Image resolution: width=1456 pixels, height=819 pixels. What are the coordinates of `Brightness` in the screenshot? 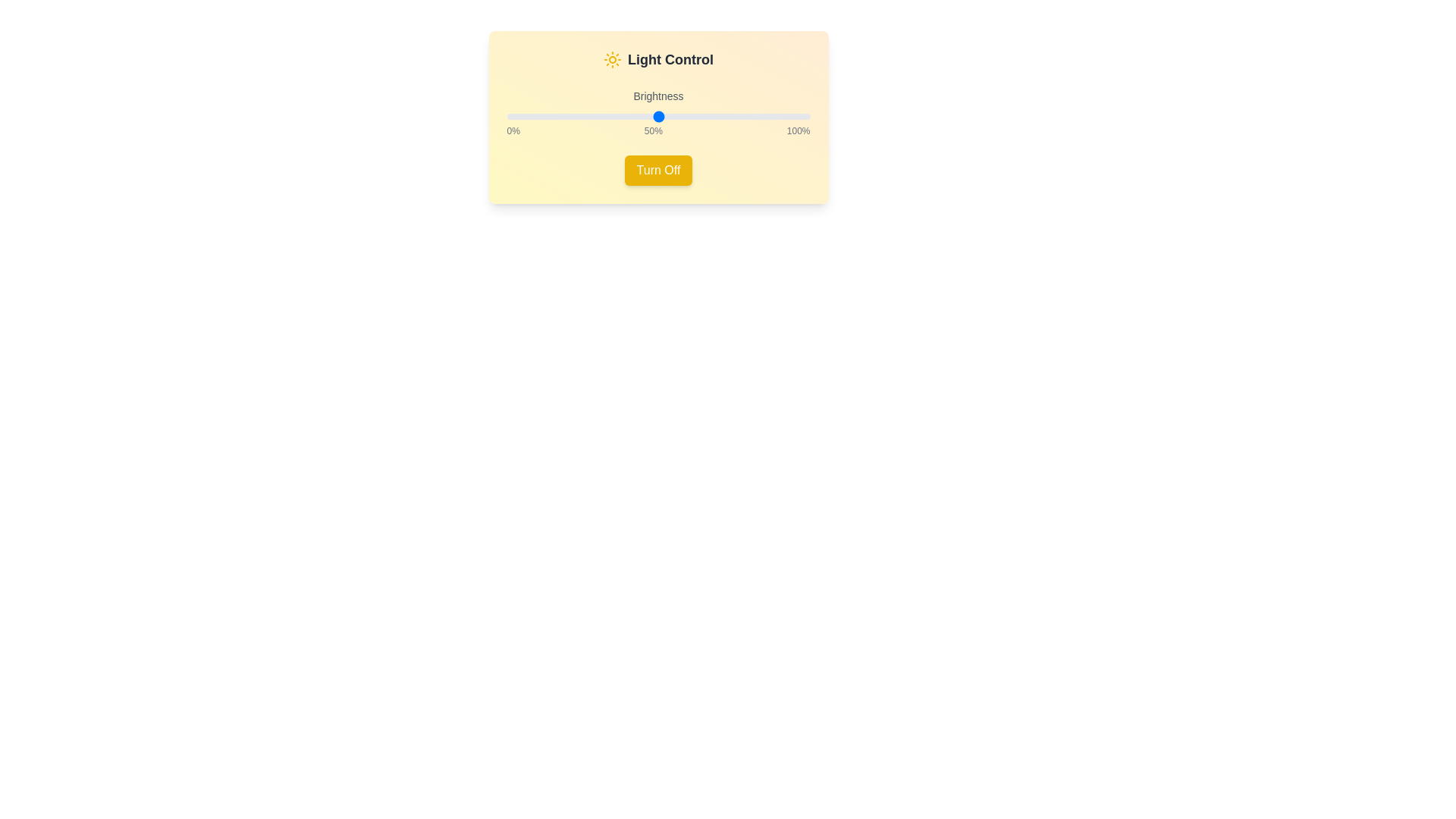 It's located at (548, 116).